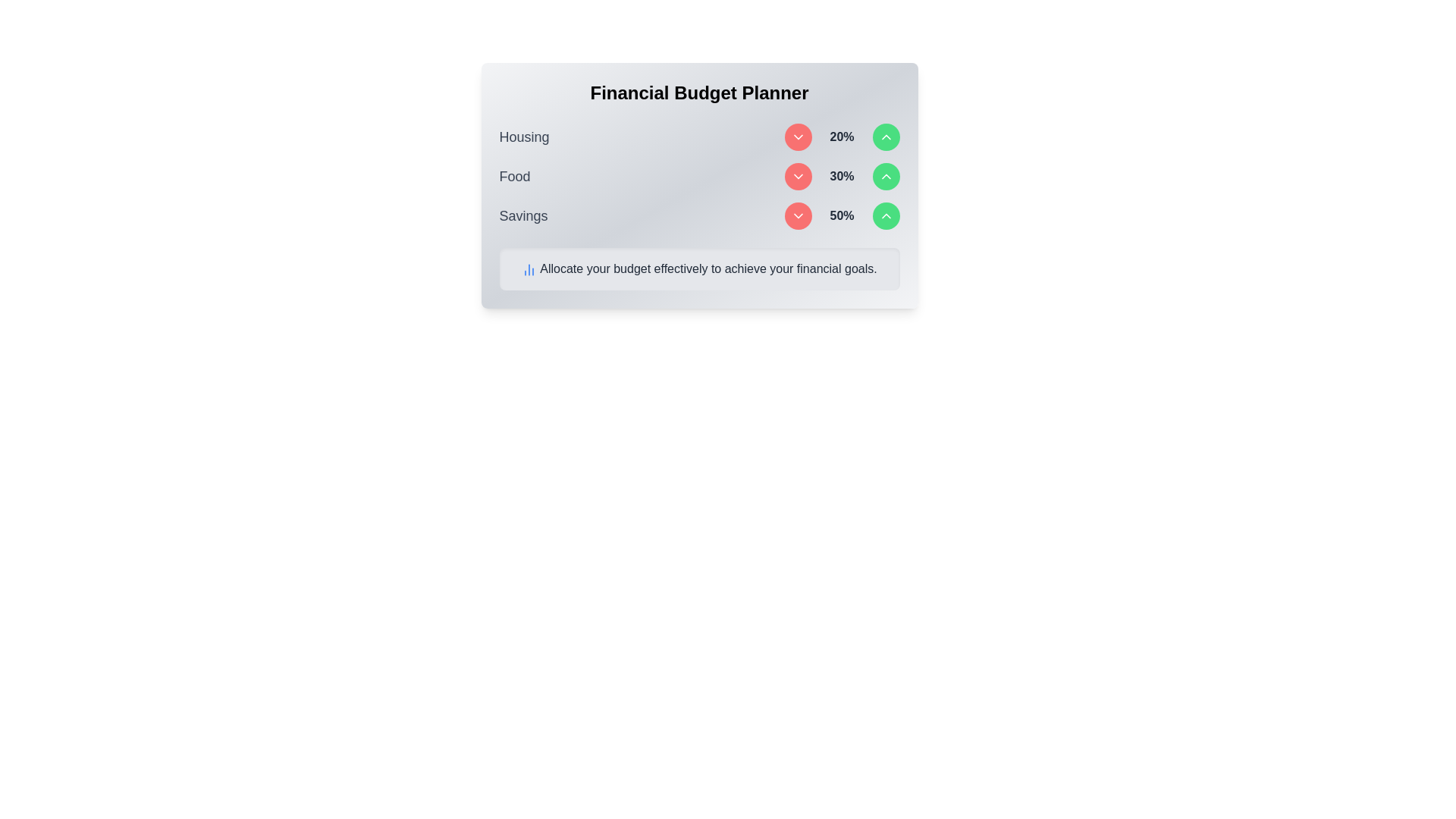 The width and height of the screenshot is (1456, 819). I want to click on the text of the 'Food' row in the financial planner interface, so click(698, 175).